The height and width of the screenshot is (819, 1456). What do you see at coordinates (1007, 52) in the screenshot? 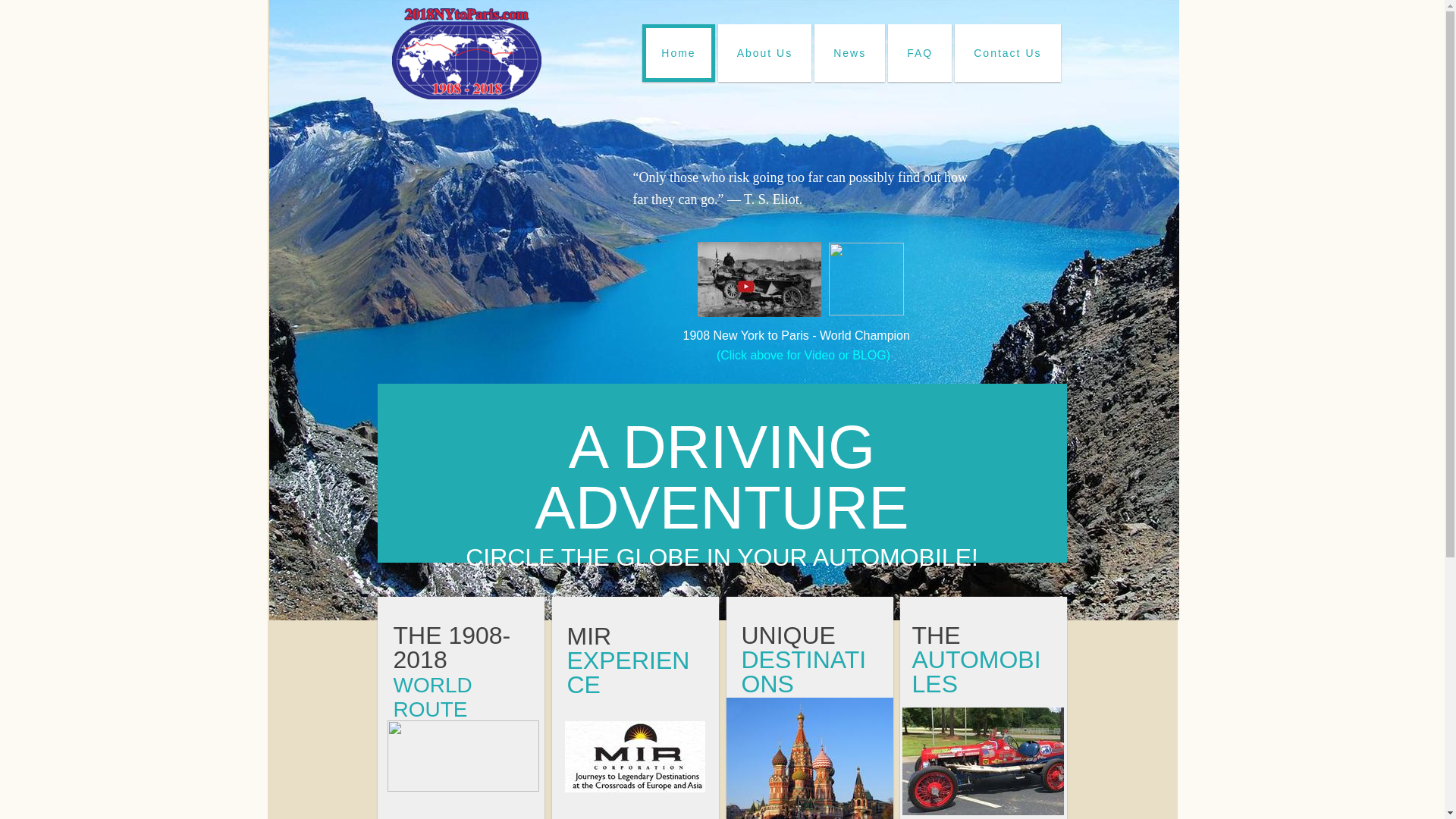
I see `'Contact Us'` at bounding box center [1007, 52].